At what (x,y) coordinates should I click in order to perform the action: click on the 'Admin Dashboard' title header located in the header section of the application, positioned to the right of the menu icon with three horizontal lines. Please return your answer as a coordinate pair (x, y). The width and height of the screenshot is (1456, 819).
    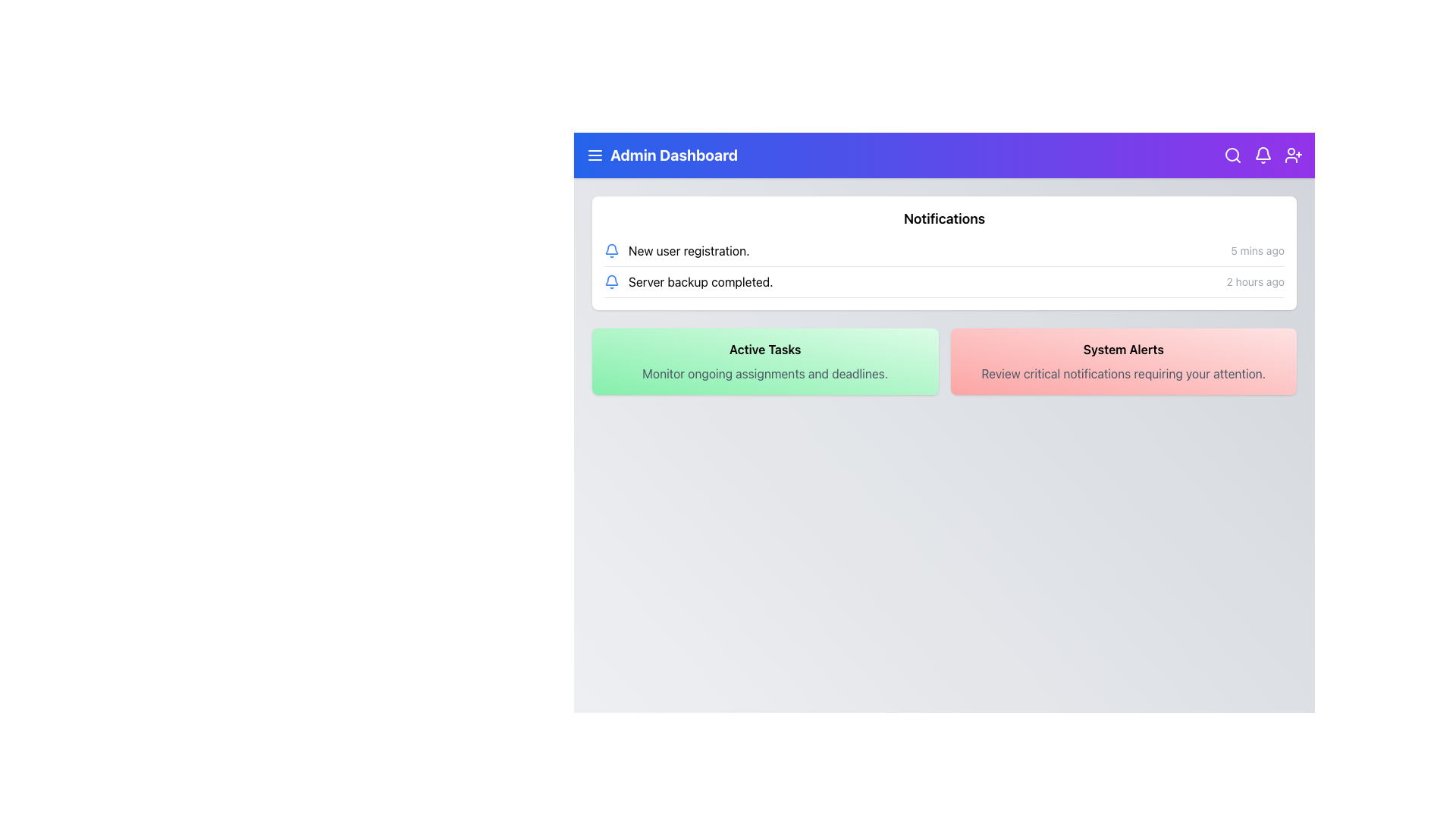
    Looking at the image, I should click on (662, 155).